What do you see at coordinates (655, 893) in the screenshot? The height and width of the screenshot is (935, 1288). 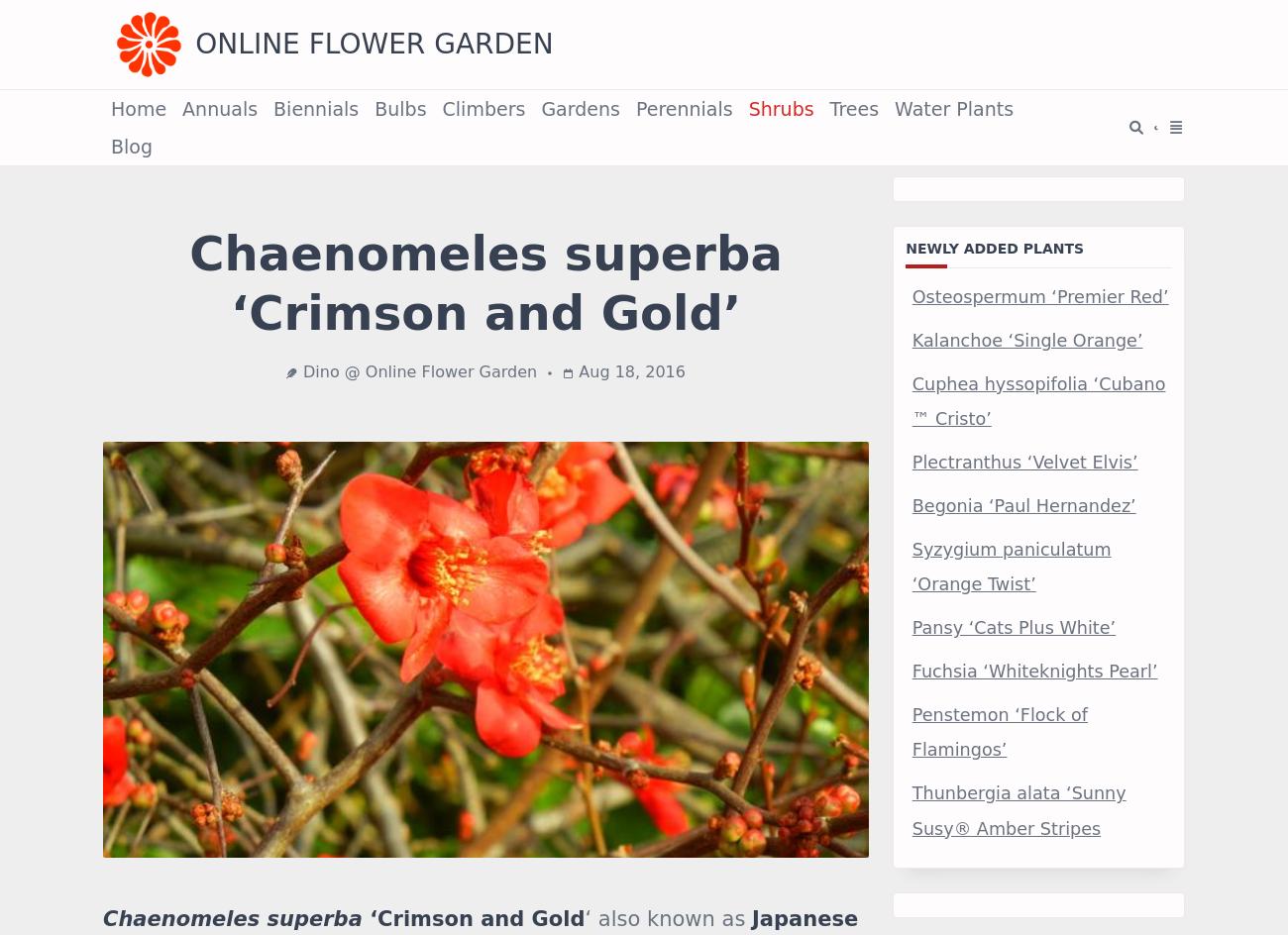 I see `'Erysimum cheiri ‘Constant Cheer’'` at bounding box center [655, 893].